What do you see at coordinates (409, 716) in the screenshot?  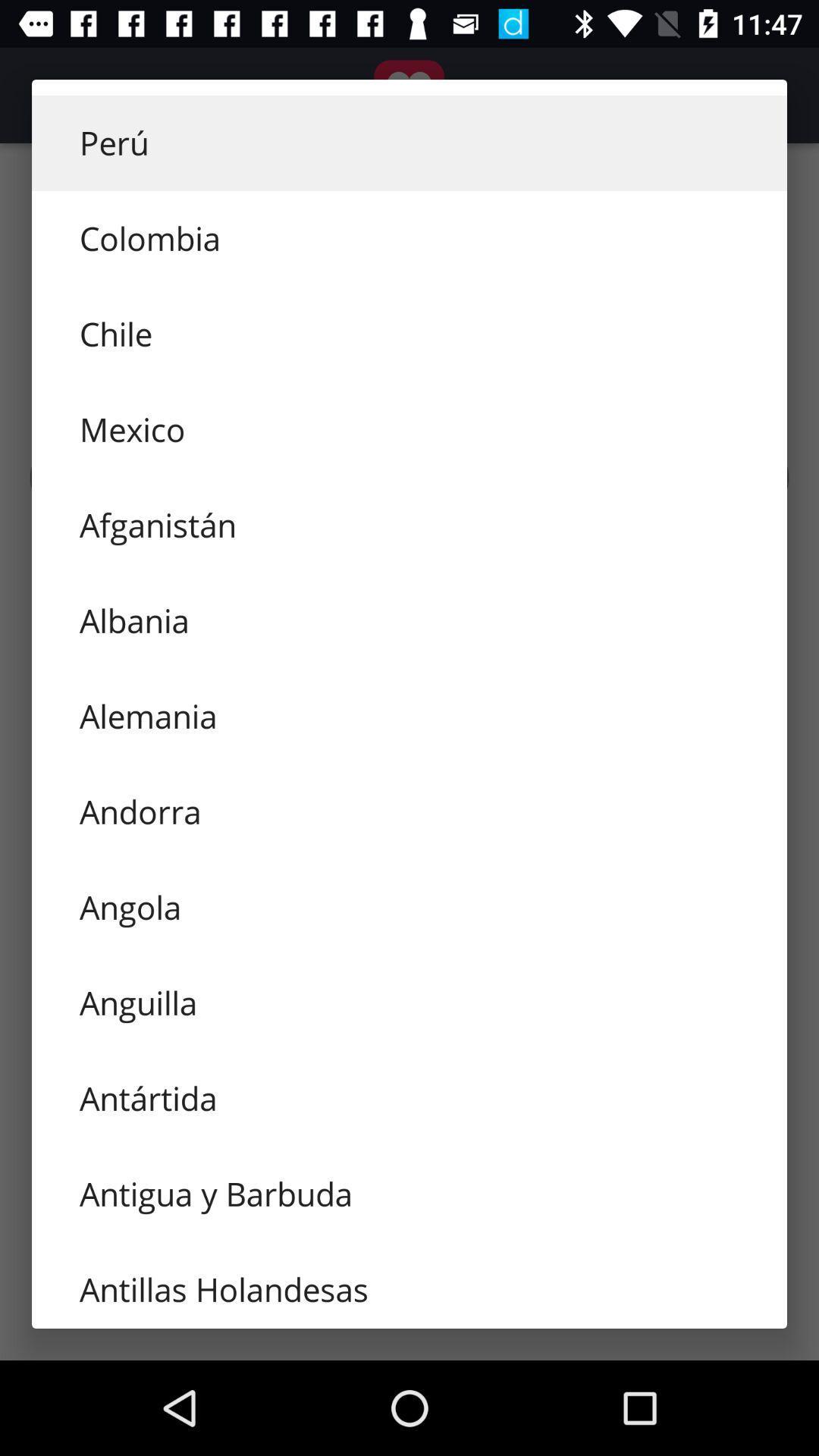 I see `the alemania icon` at bounding box center [409, 716].